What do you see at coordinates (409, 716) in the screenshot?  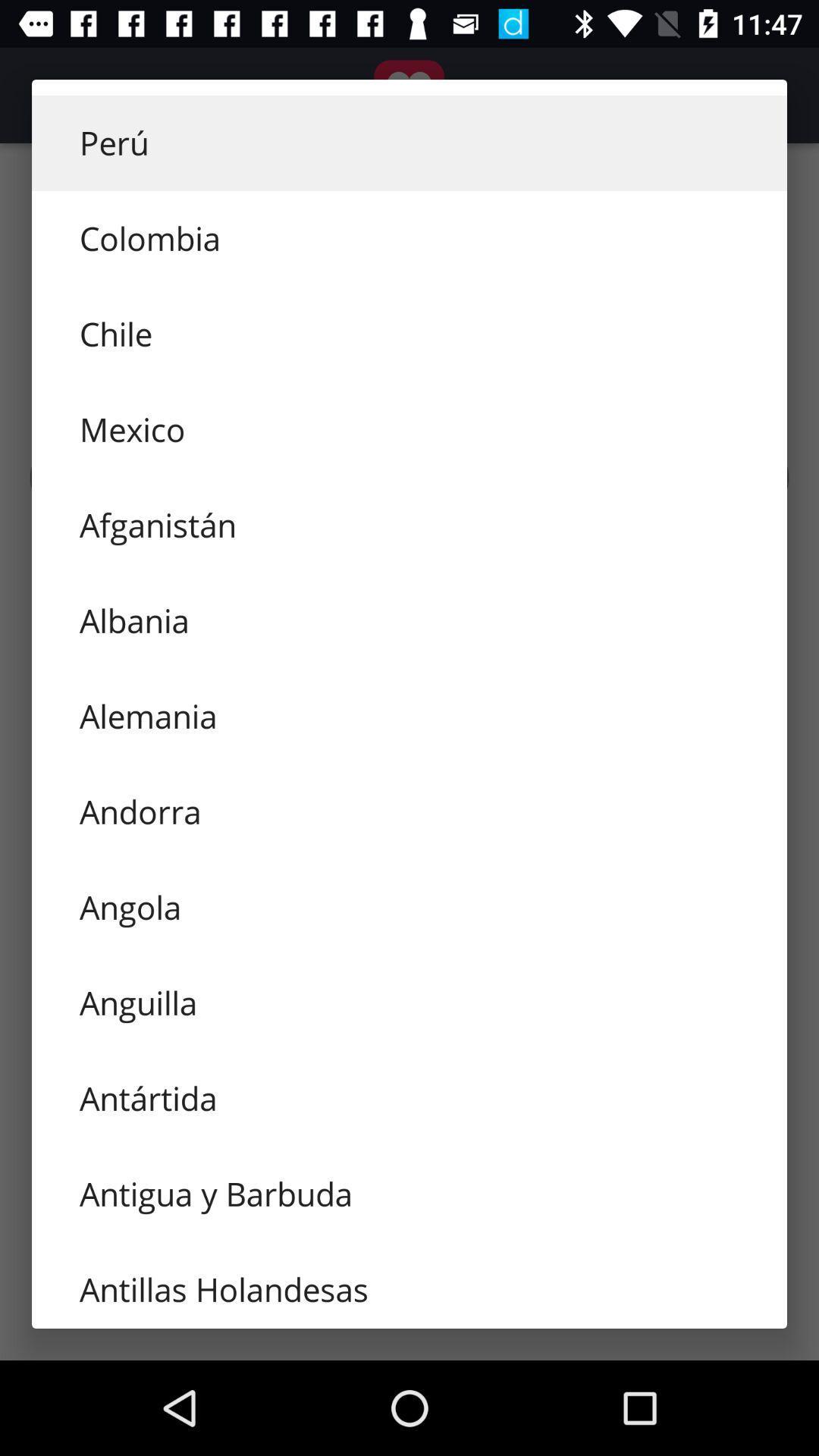 I see `the alemania icon` at bounding box center [409, 716].